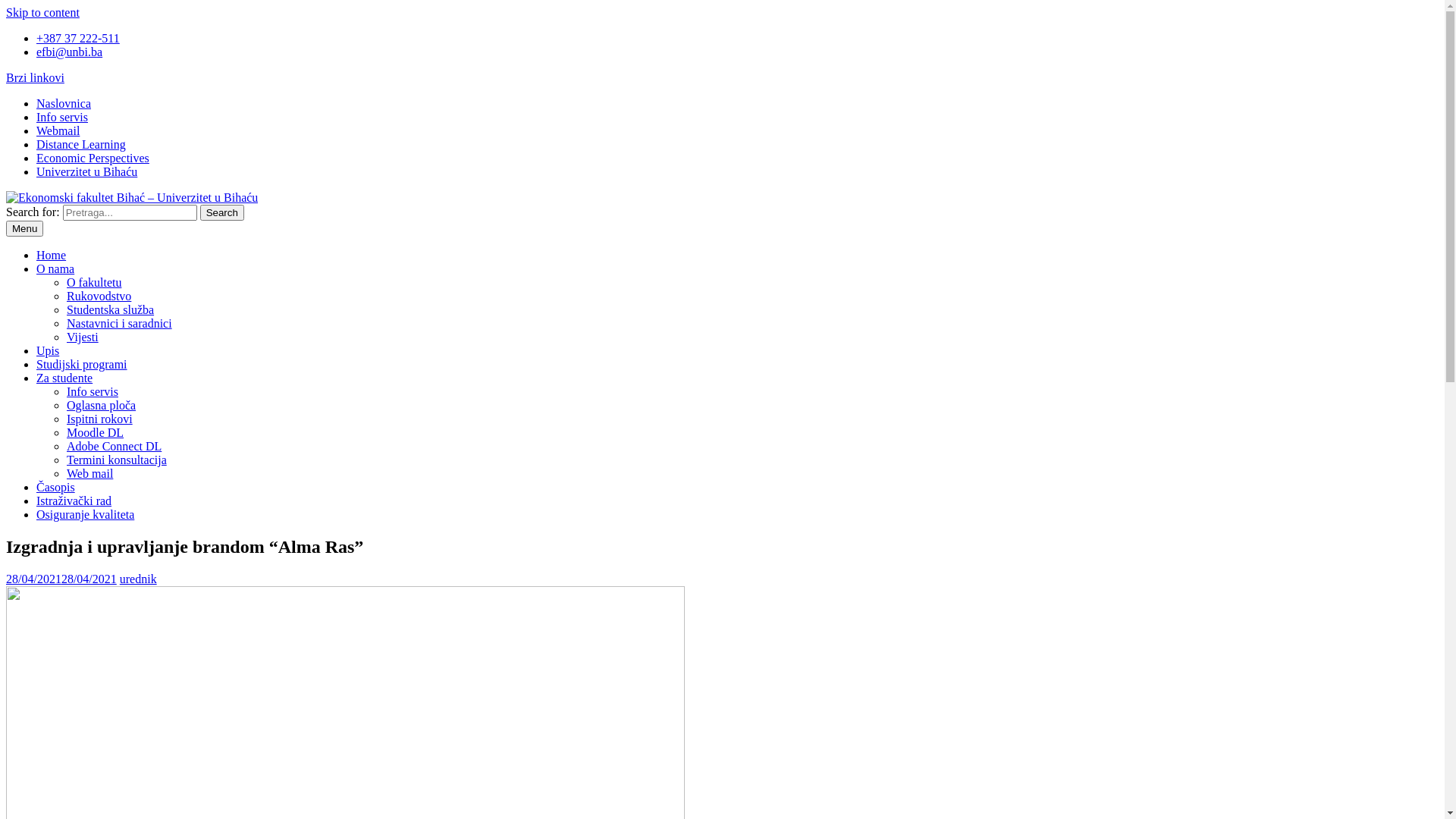 This screenshot has height=819, width=1456. Describe the element at coordinates (113, 445) in the screenshot. I see `'Adobe Connect DL'` at that location.